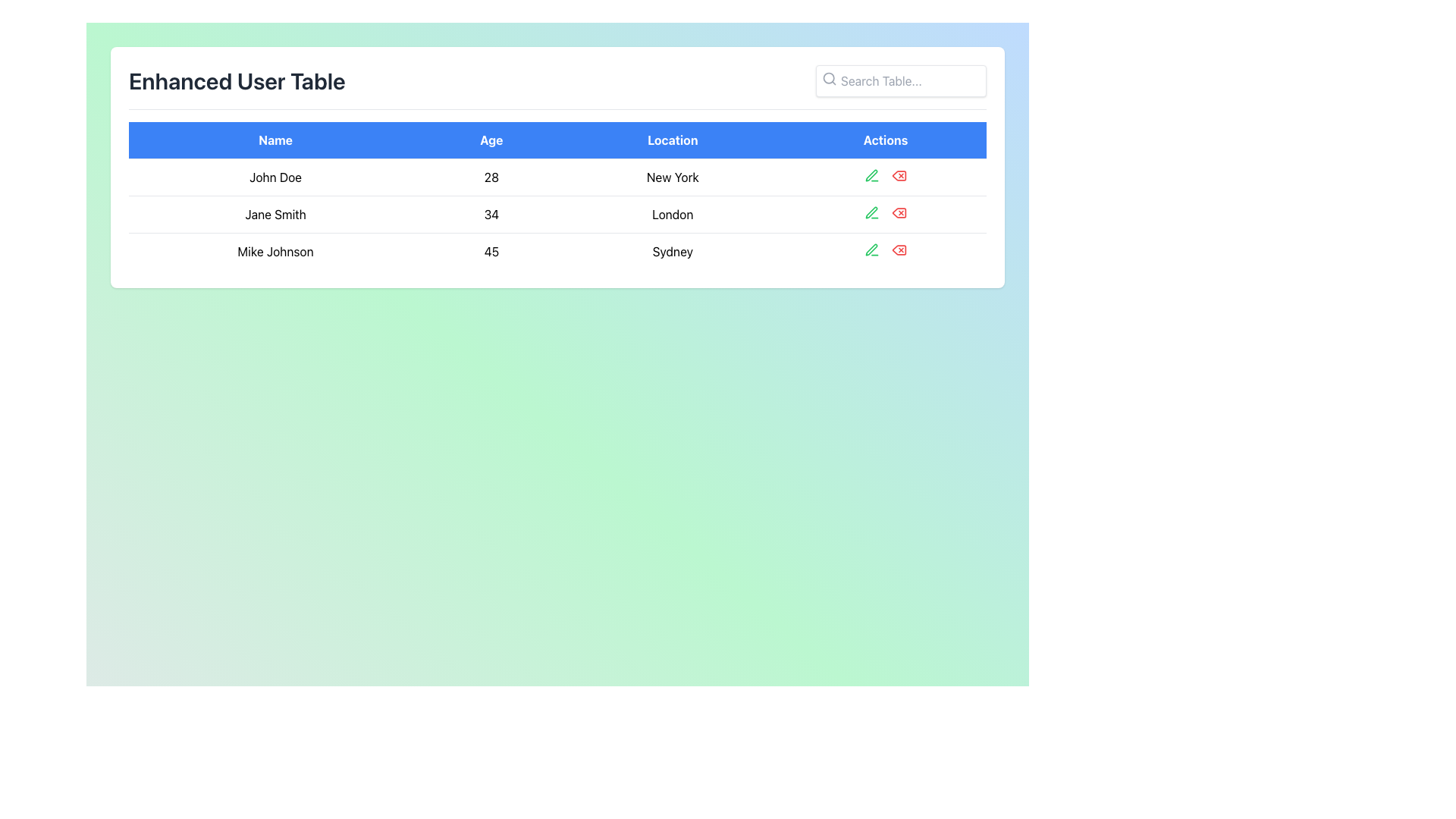 This screenshot has height=819, width=1456. What do you see at coordinates (672, 214) in the screenshot?
I see `the text label displaying the location 'London' for the user 'Jane Smith' in the data table` at bounding box center [672, 214].